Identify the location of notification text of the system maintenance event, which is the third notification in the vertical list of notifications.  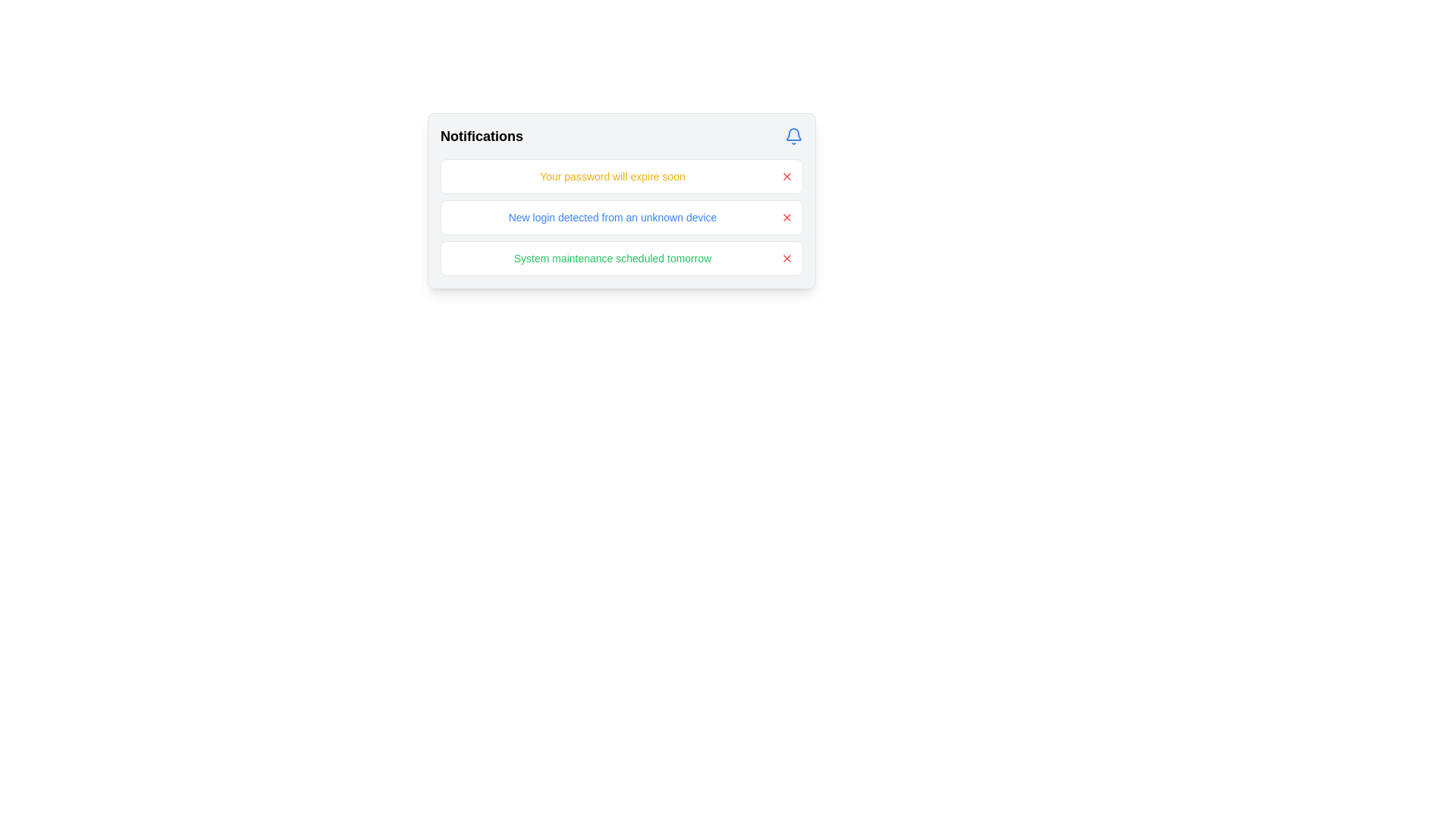
(622, 257).